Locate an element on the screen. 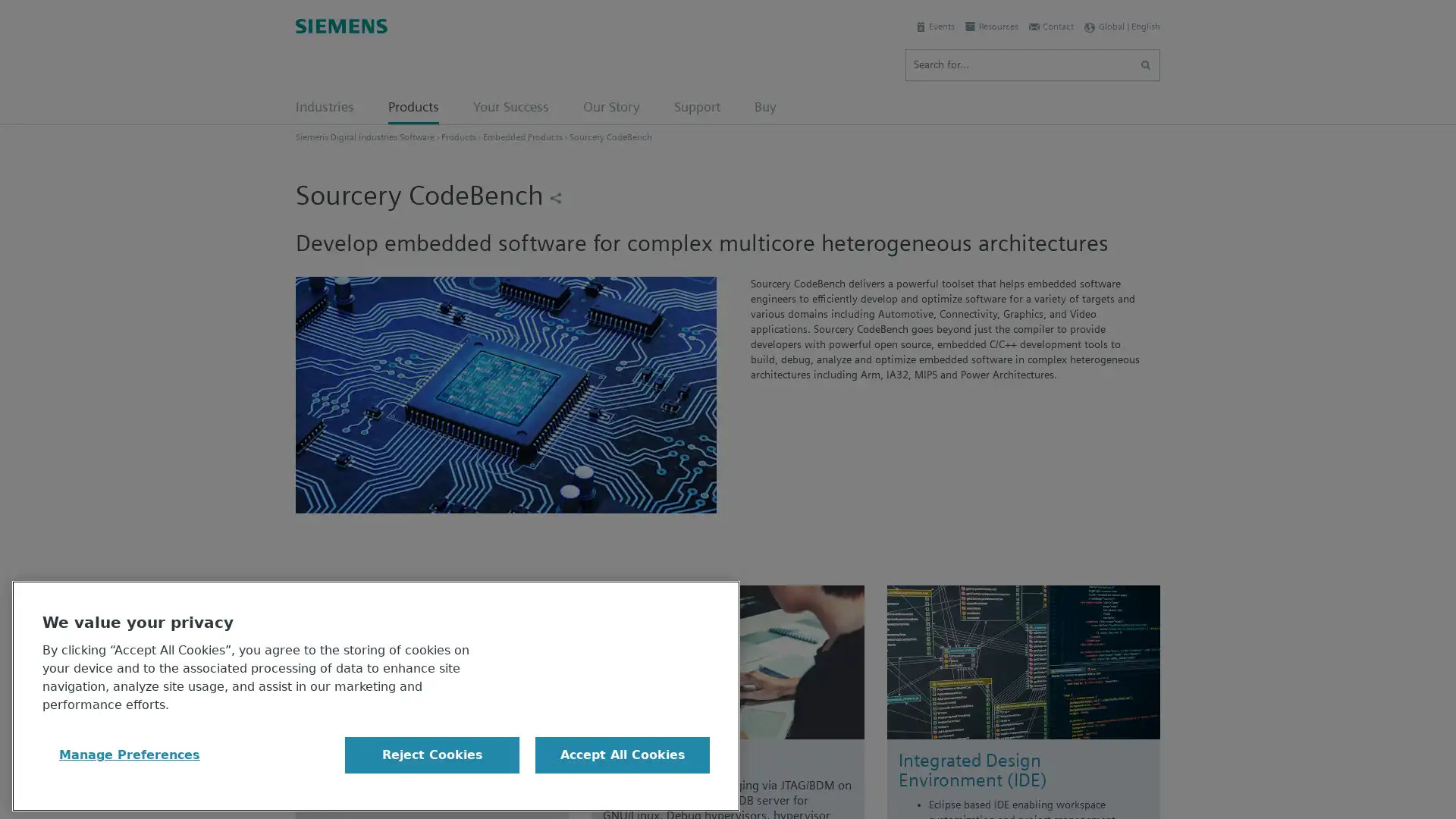 The image size is (1456, 819). Manage Preferences is located at coordinates (130, 755).